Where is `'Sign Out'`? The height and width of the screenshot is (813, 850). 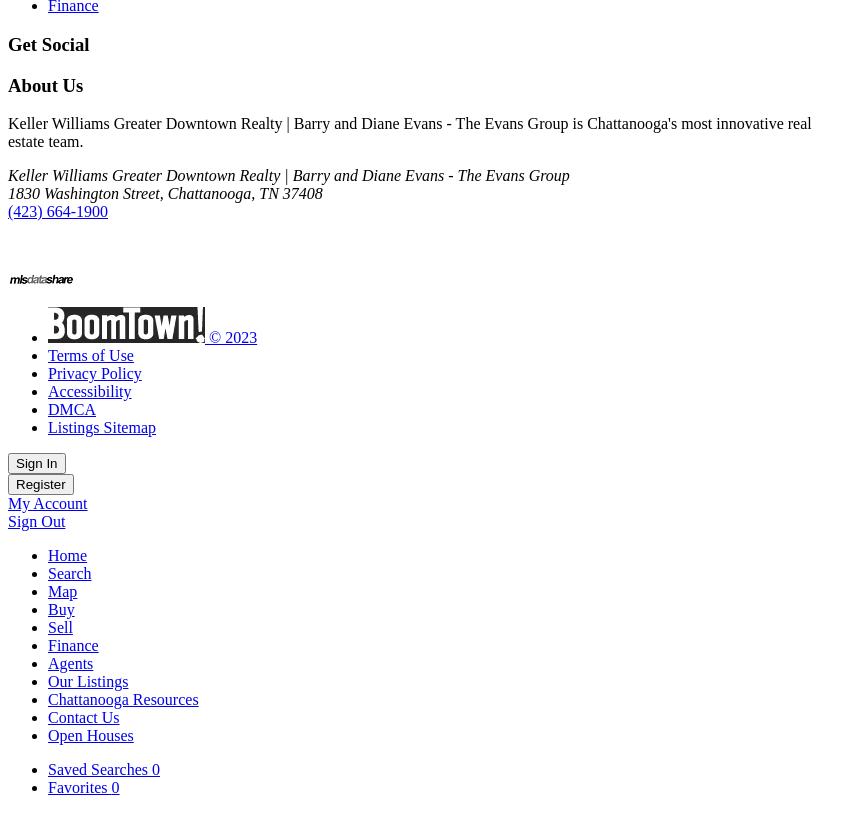 'Sign Out' is located at coordinates (35, 521).